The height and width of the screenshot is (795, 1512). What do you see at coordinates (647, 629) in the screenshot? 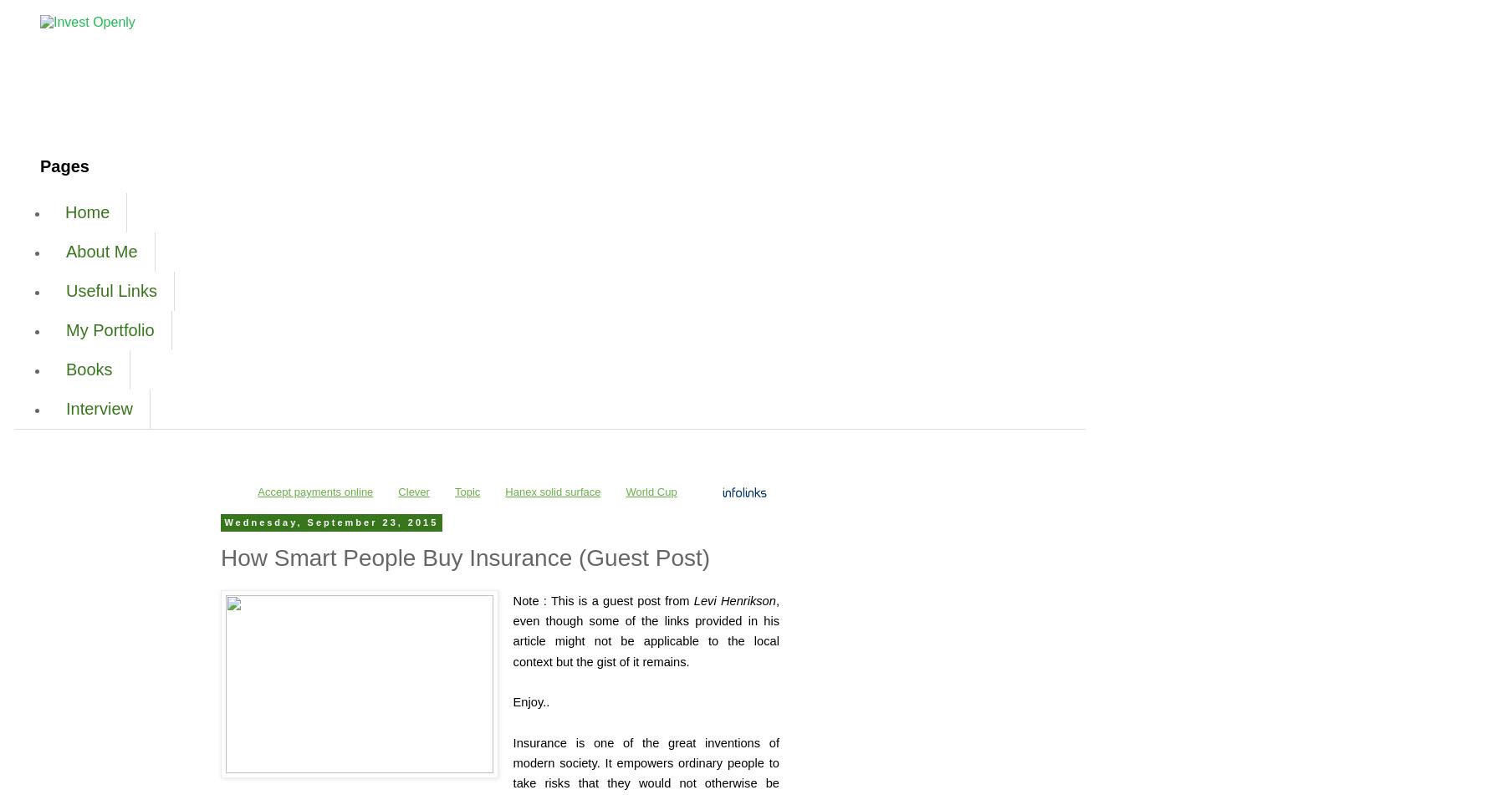
I see `', even though some of the links provided in his article might not be applicable to the local context but the gist of it remains.'` at bounding box center [647, 629].